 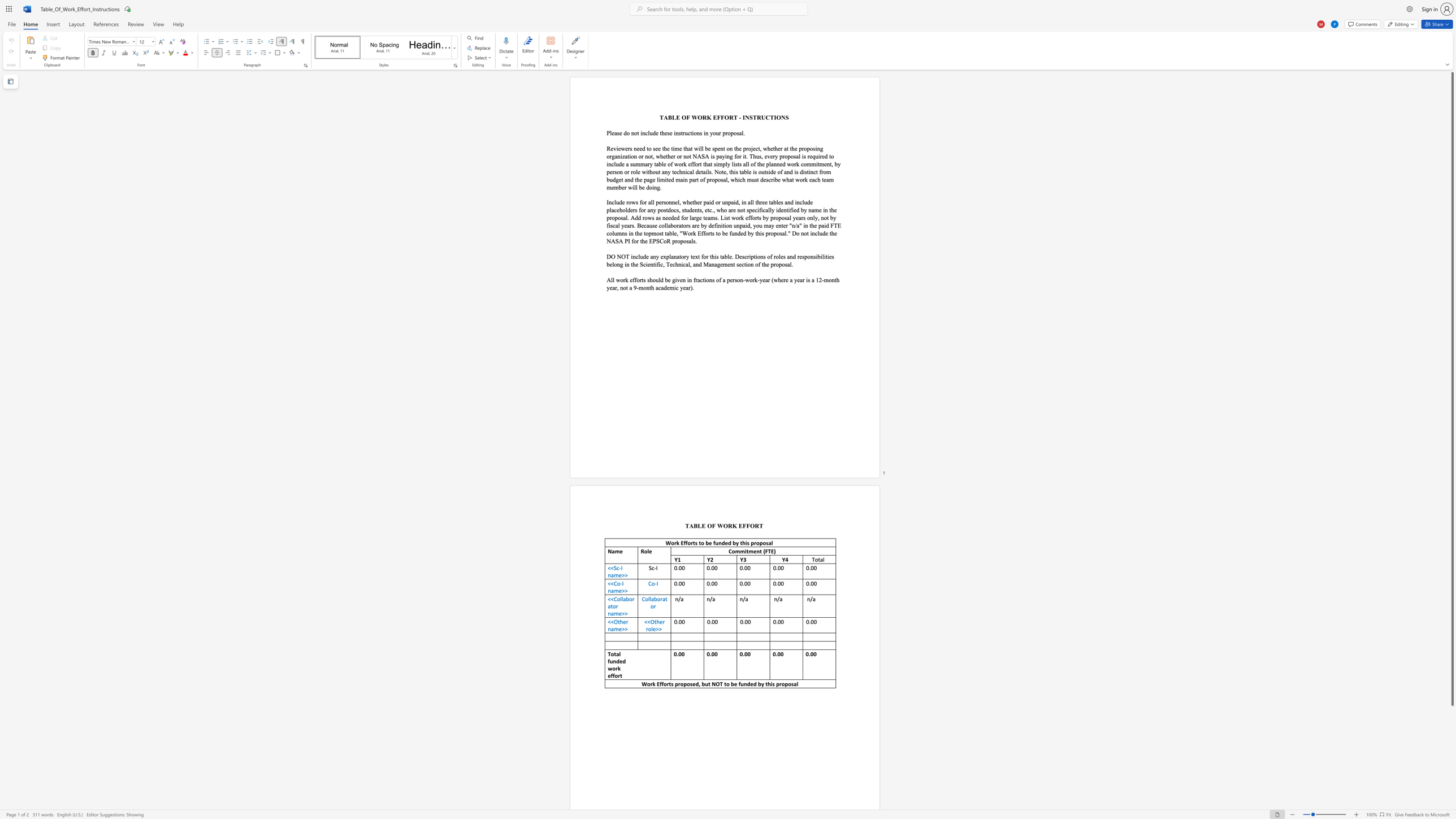 I want to click on the scrollbar to scroll the page down, so click(x=1451, y=742).